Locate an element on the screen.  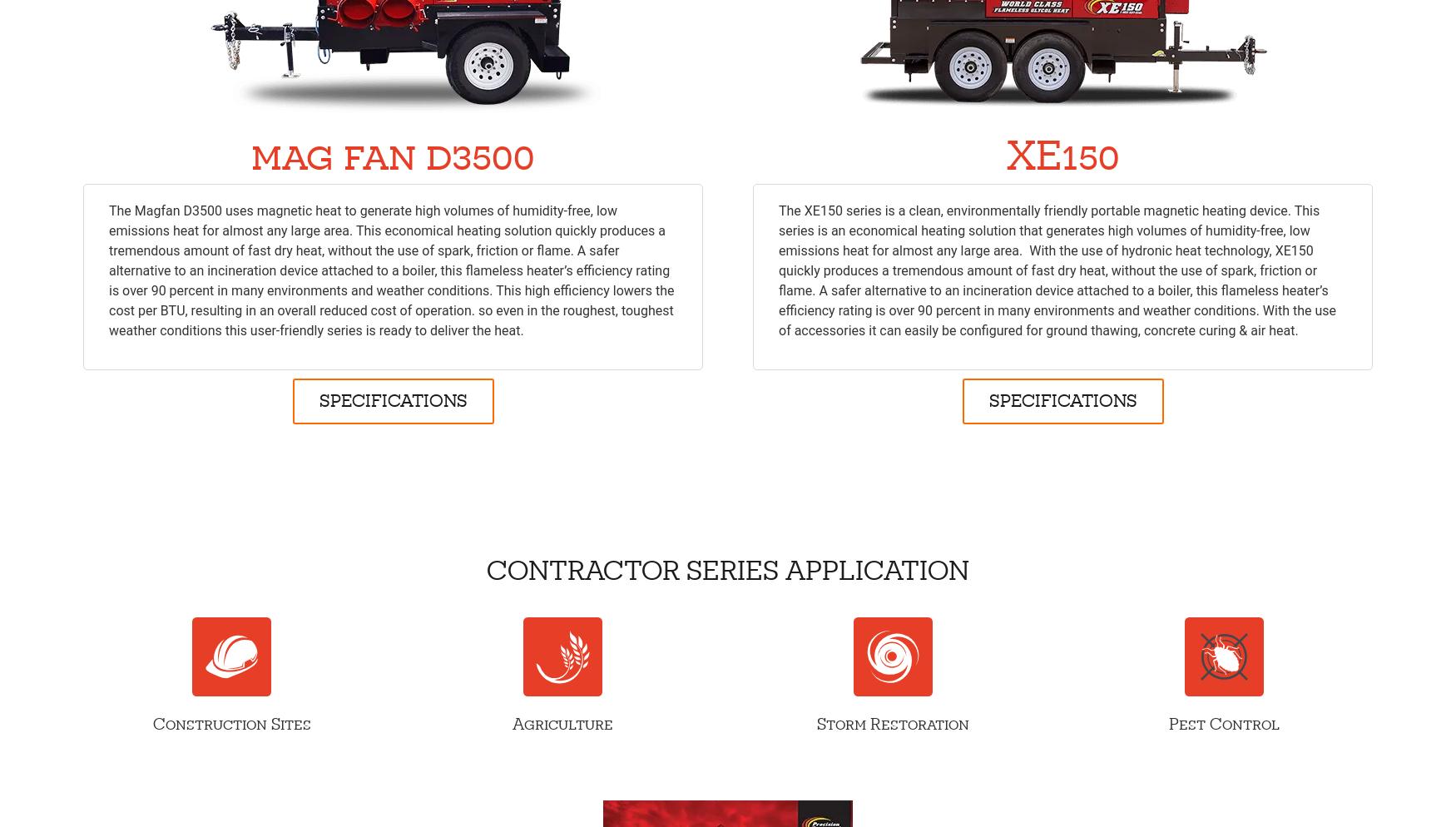
'Storm Restoration' is located at coordinates (893, 724).